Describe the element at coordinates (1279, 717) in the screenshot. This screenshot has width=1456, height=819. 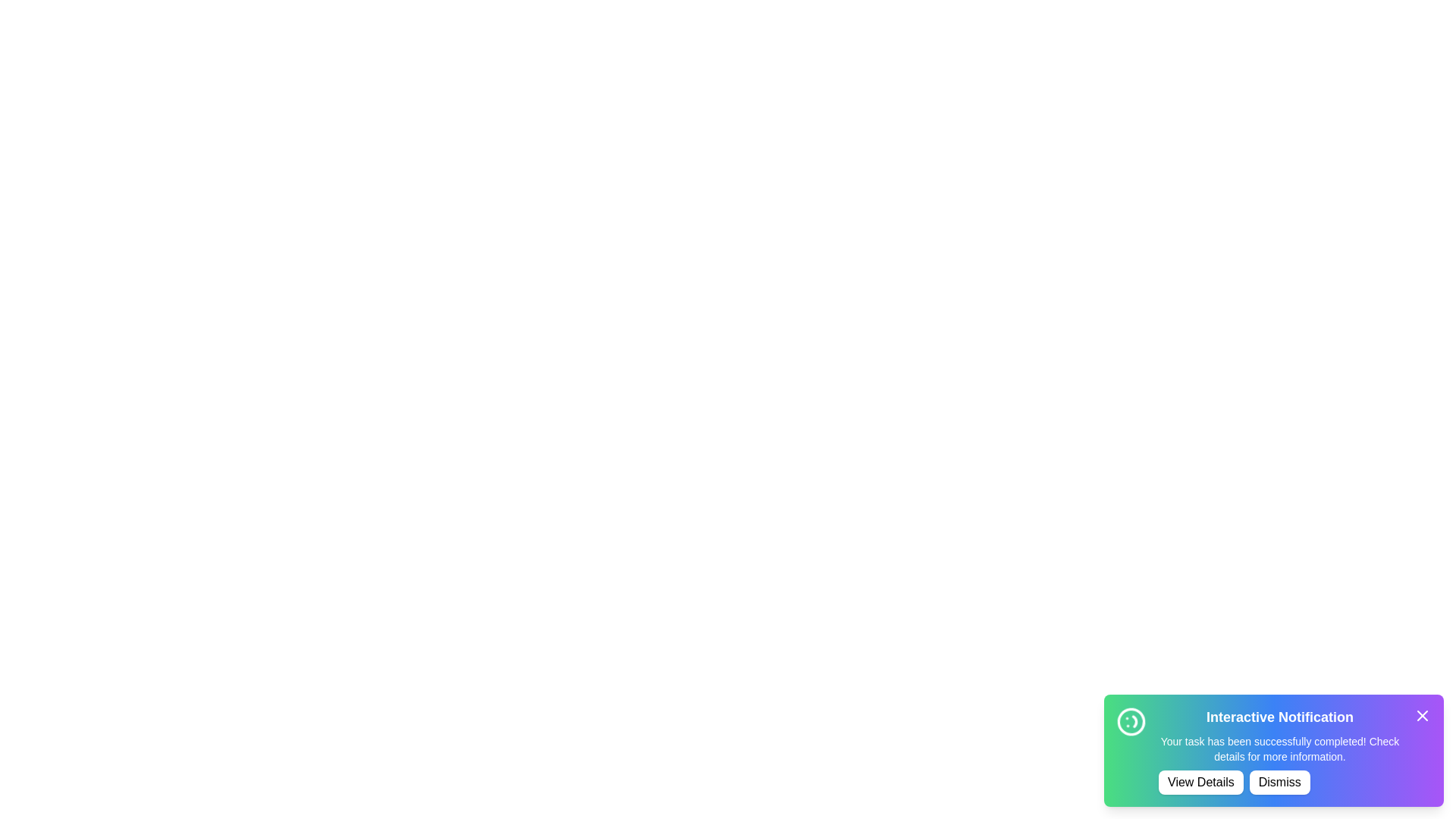
I see `the text 'Interactive Notification' to select it` at that location.